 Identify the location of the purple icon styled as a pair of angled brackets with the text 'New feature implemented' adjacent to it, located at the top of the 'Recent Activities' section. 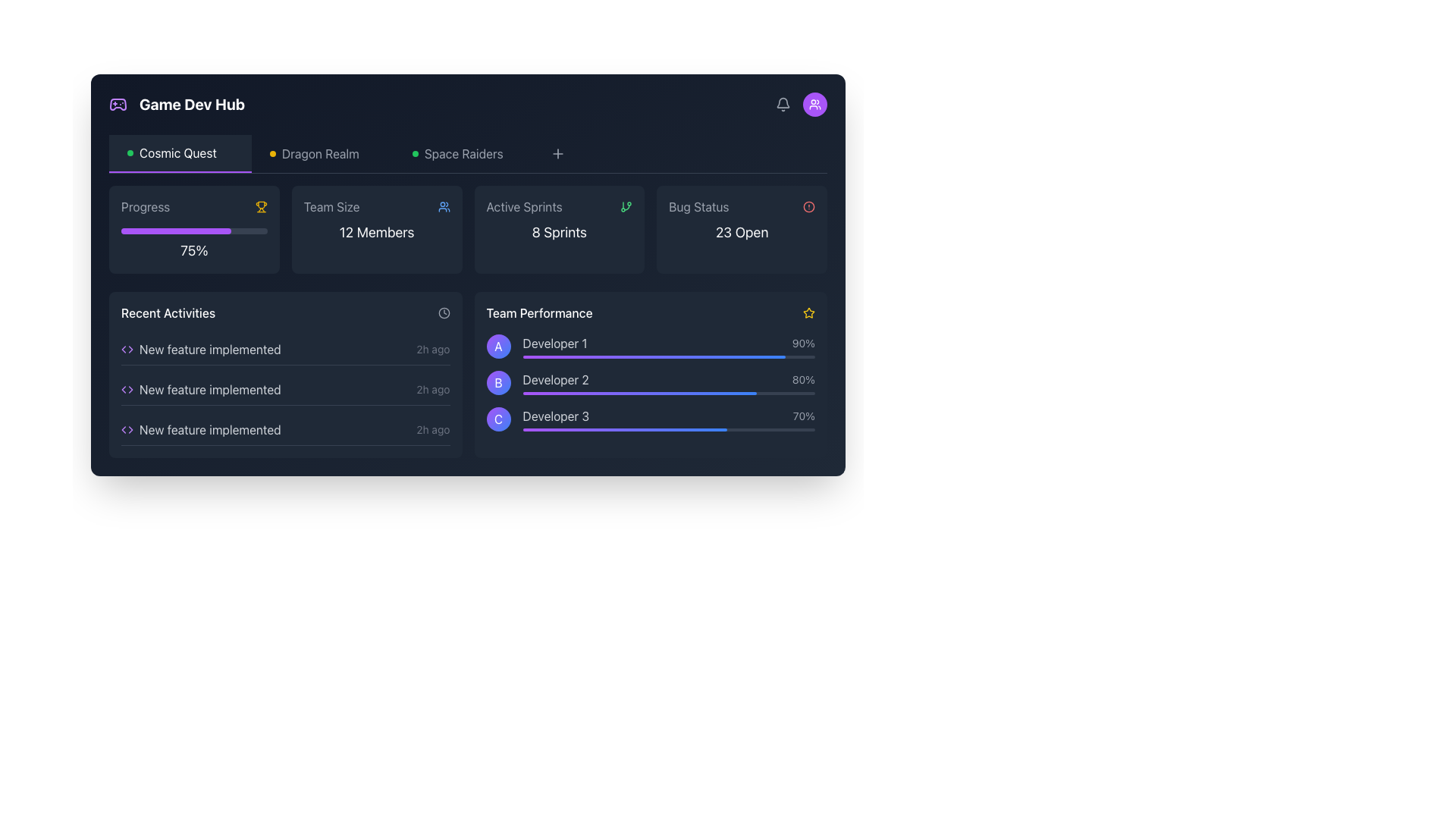
(127, 350).